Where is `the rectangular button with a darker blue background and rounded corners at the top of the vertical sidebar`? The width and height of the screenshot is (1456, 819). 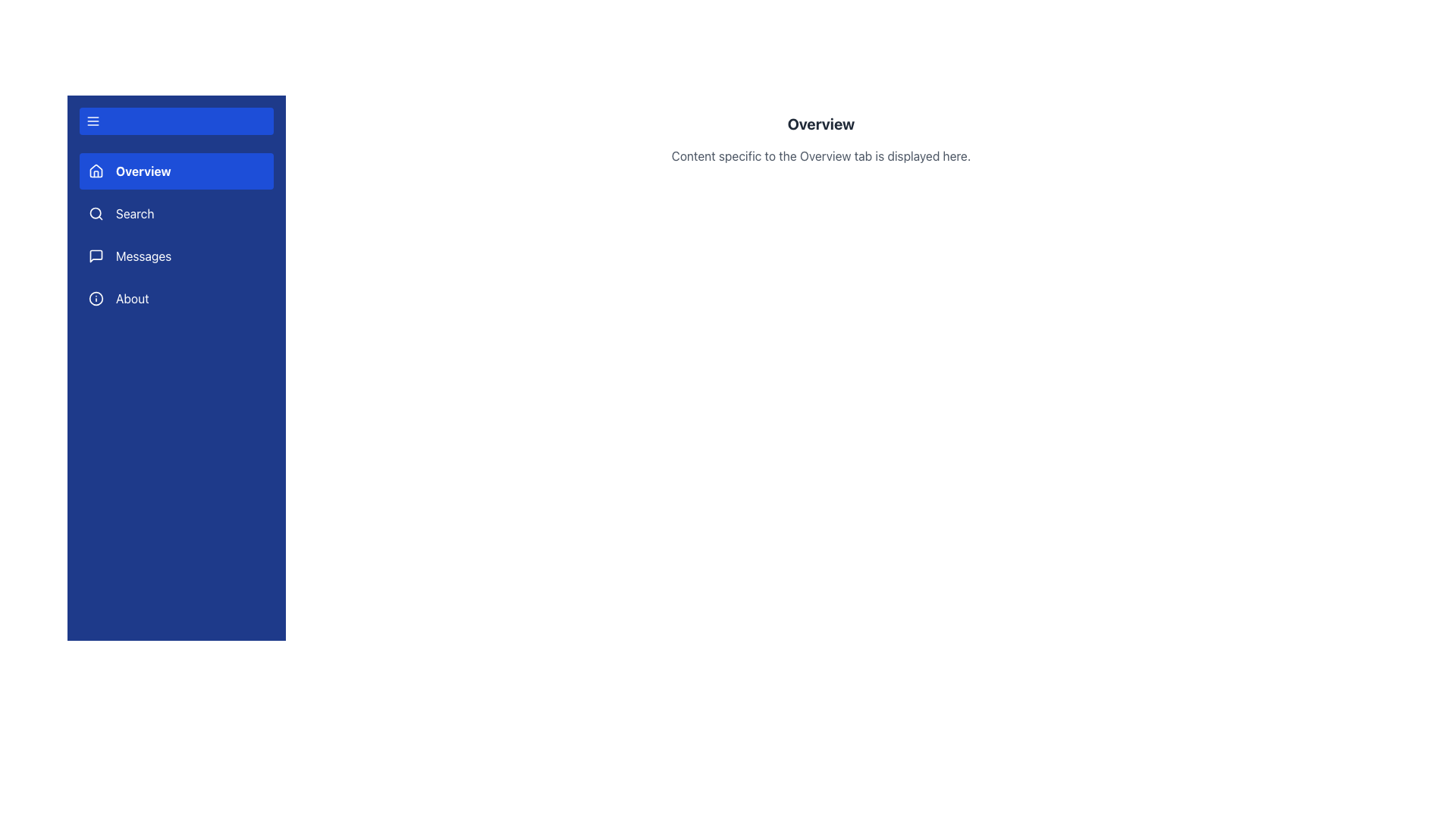 the rectangular button with a darker blue background and rounded corners at the top of the vertical sidebar is located at coordinates (177, 120).